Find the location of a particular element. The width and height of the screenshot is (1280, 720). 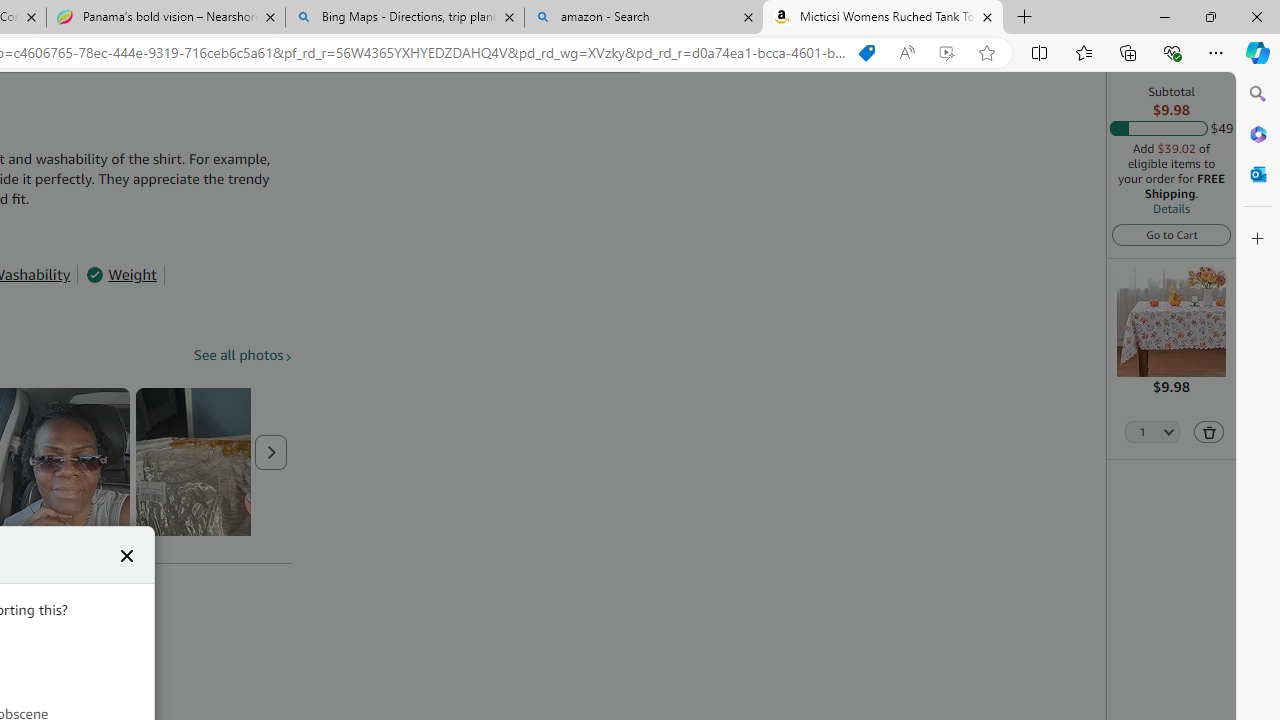

'Shopping in Microsoft Edge' is located at coordinates (867, 52).